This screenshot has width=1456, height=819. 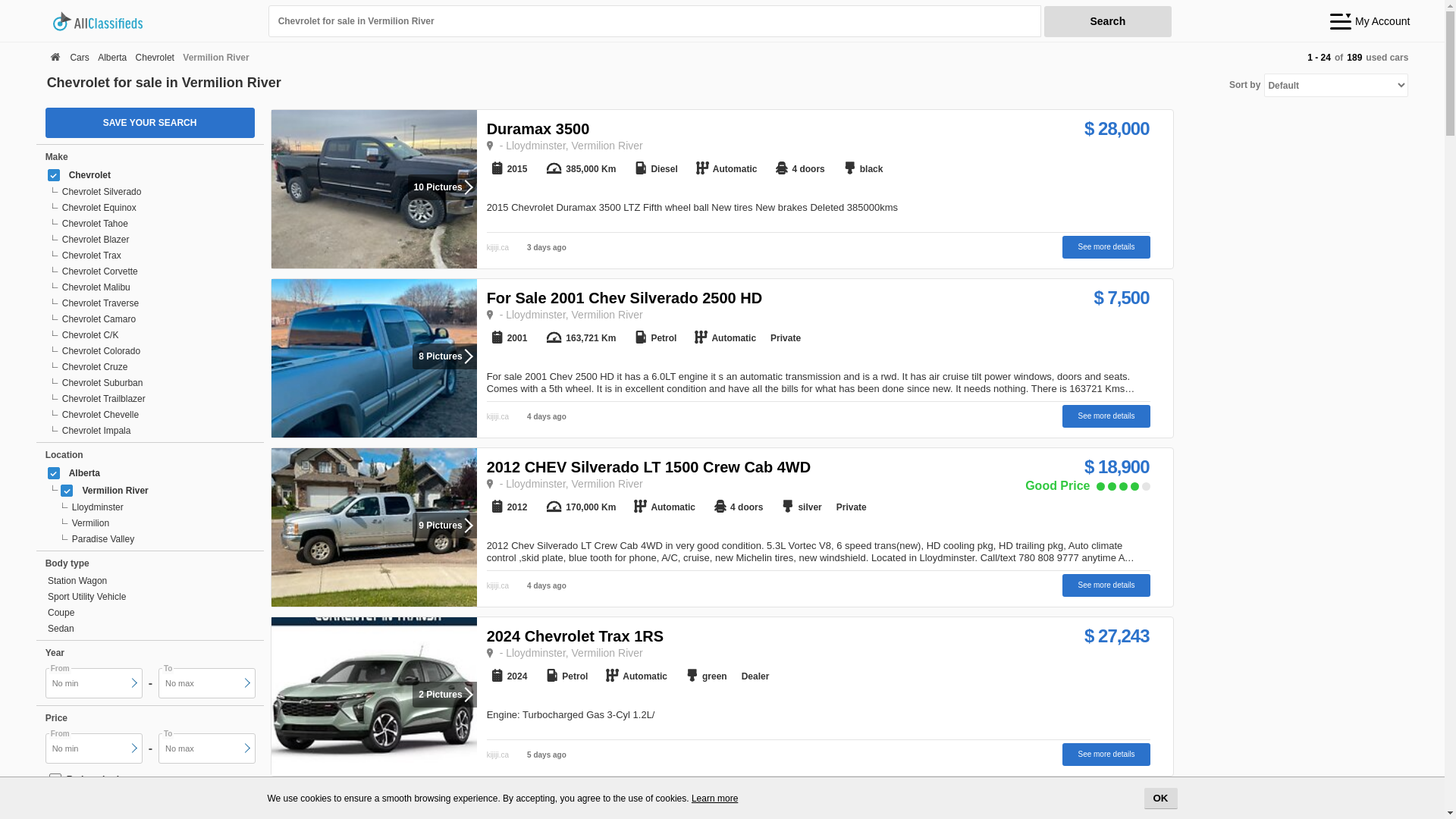 I want to click on 'Chevrolet', so click(x=155, y=57).